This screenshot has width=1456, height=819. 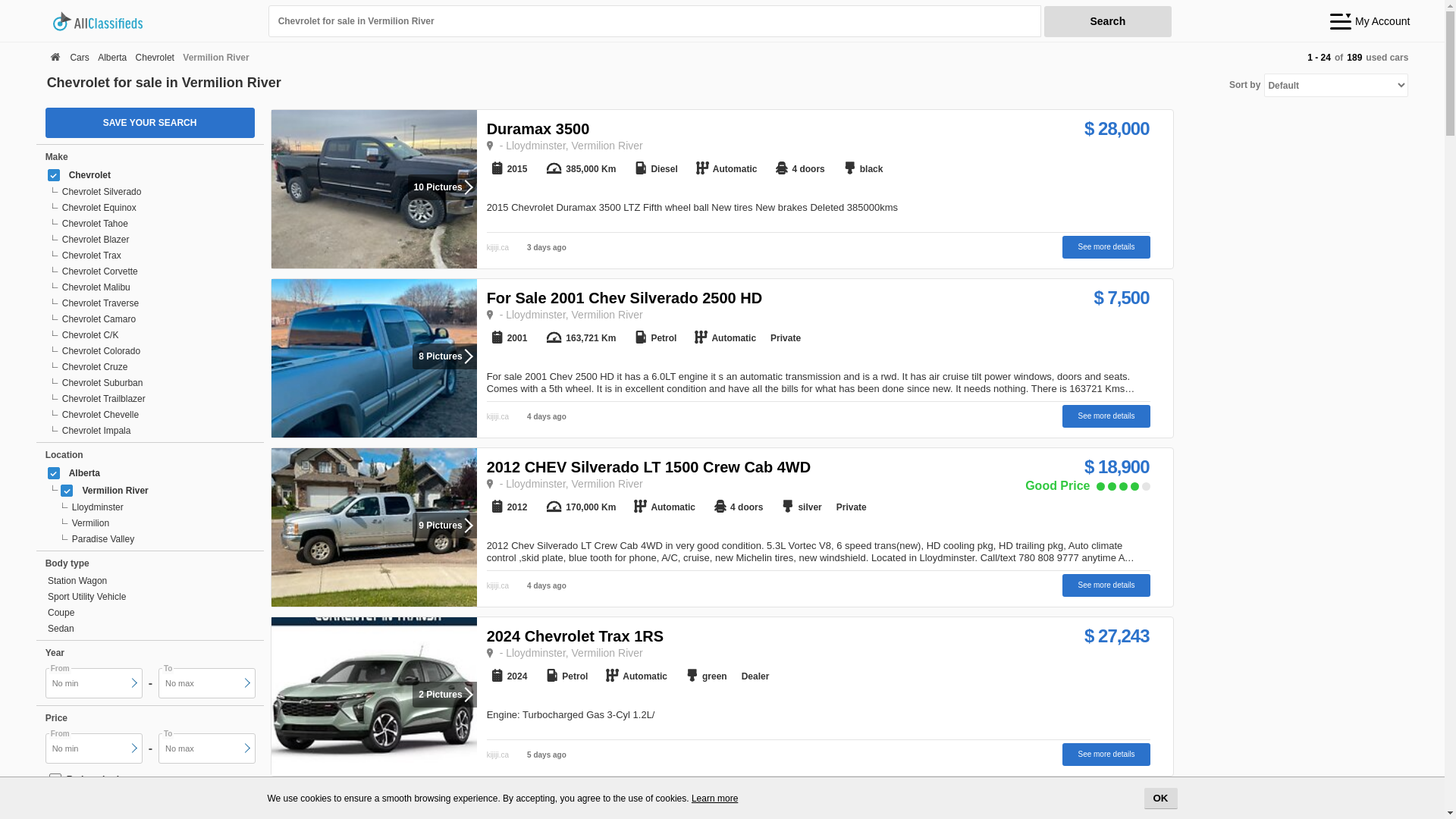 I want to click on 'Chevrolet', so click(x=155, y=57).